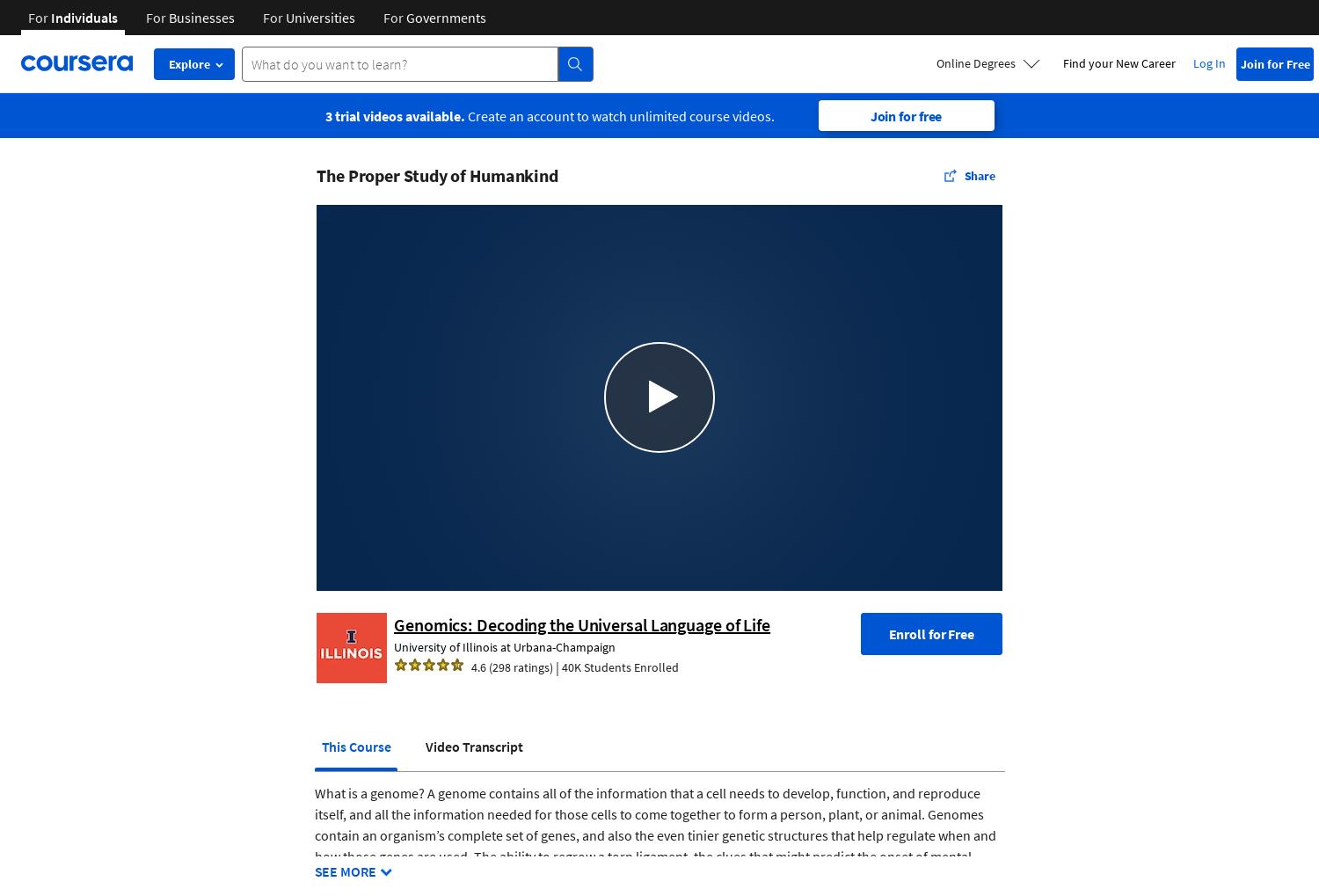 Image resolution: width=1319 pixels, height=896 pixels. What do you see at coordinates (931, 633) in the screenshot?
I see `'Enroll for Free'` at bounding box center [931, 633].